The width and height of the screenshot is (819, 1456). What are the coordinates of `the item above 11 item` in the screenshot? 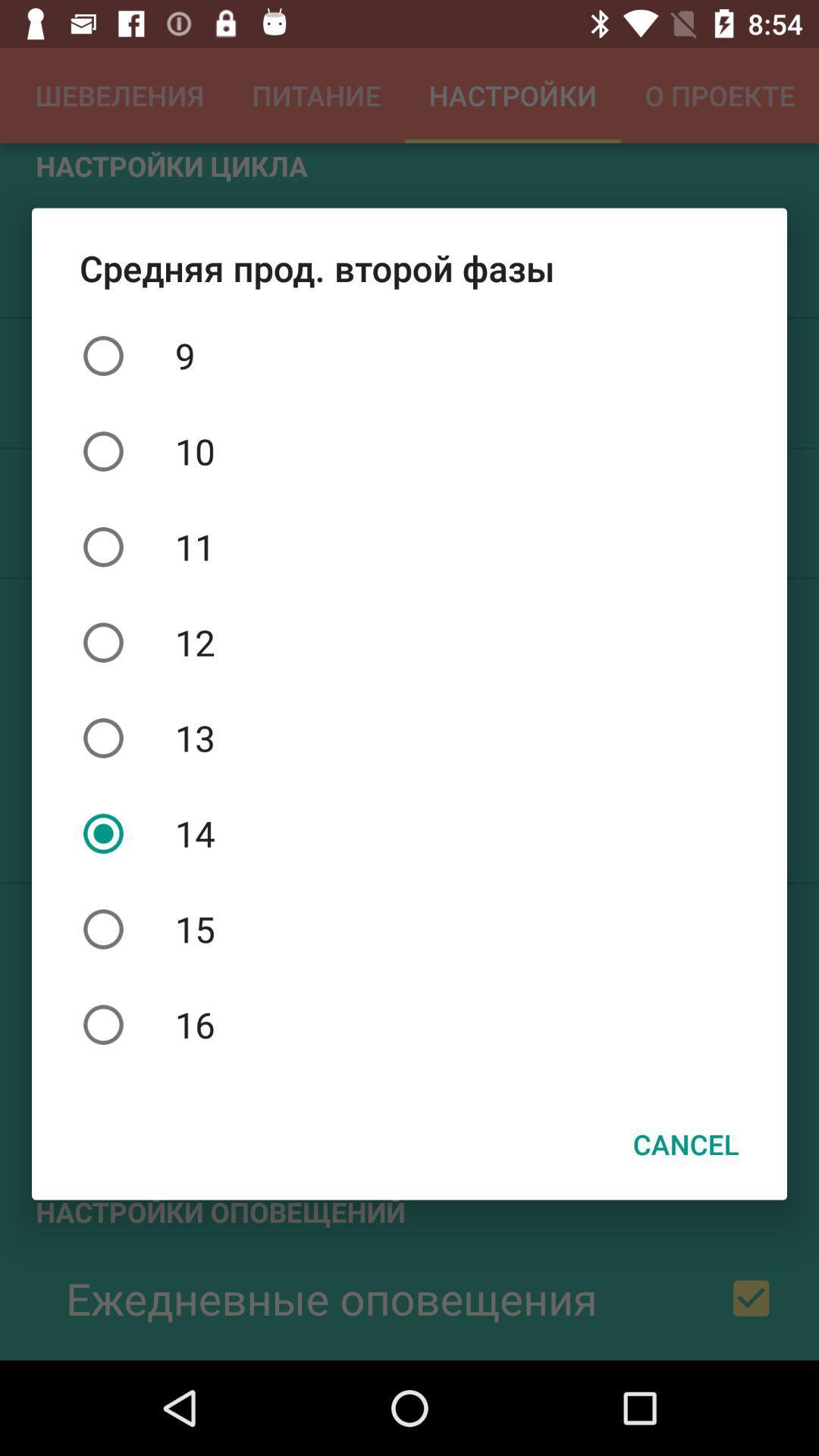 It's located at (409, 450).